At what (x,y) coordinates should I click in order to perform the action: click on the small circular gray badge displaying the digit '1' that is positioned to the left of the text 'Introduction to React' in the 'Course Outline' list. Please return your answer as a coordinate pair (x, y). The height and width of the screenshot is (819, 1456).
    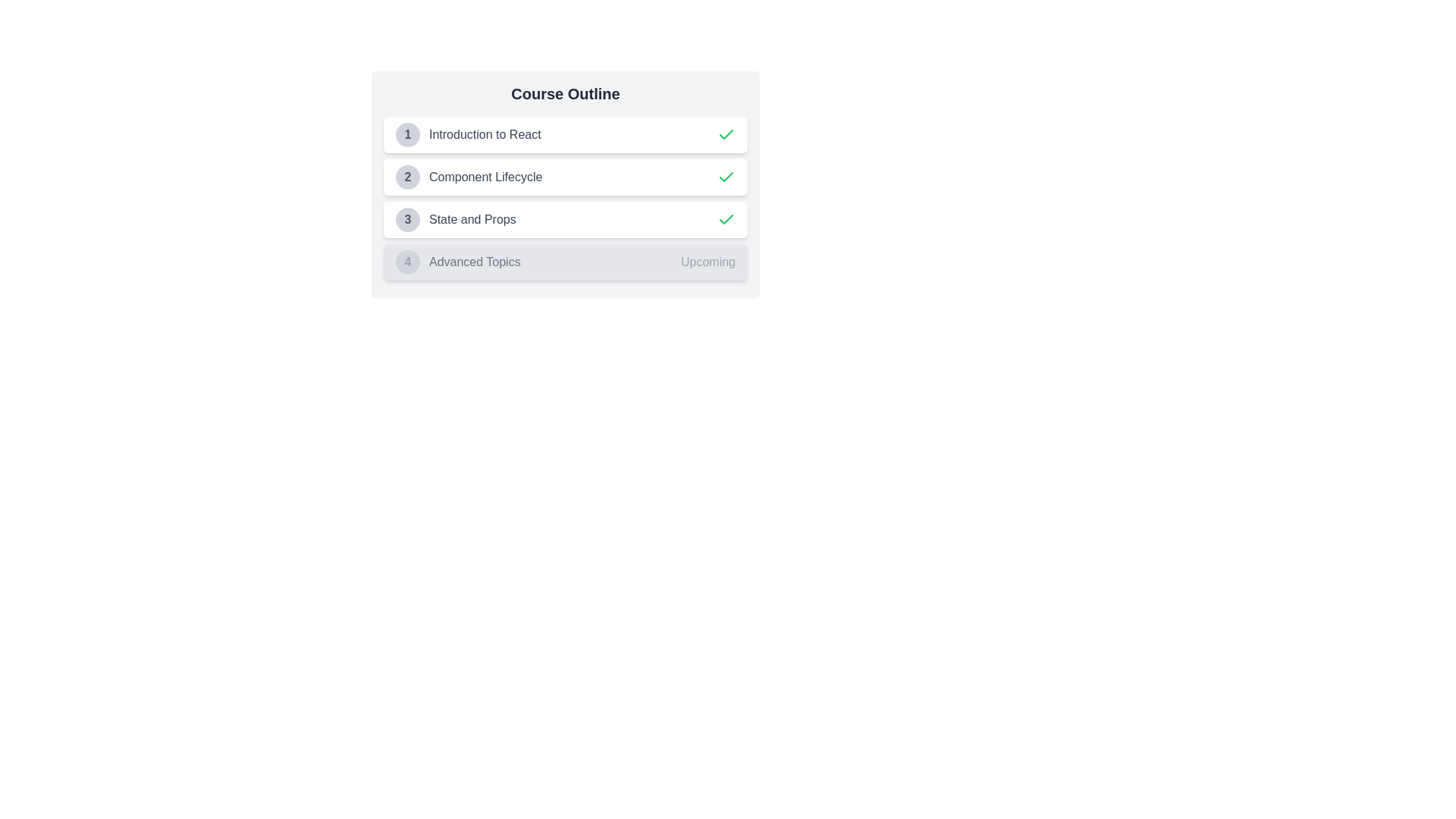
    Looking at the image, I should click on (407, 133).